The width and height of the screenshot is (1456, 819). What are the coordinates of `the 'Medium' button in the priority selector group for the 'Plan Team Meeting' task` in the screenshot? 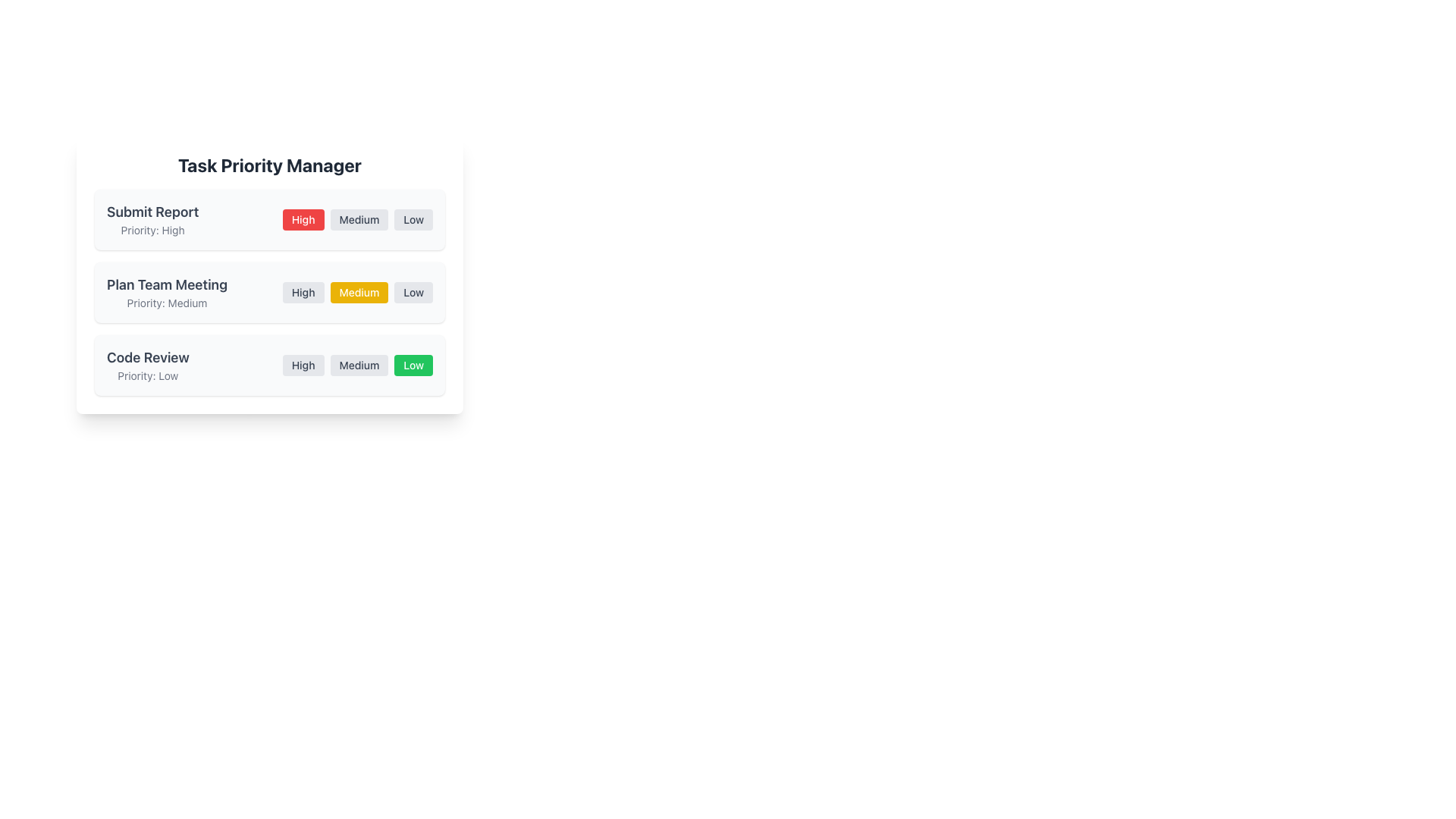 It's located at (356, 292).